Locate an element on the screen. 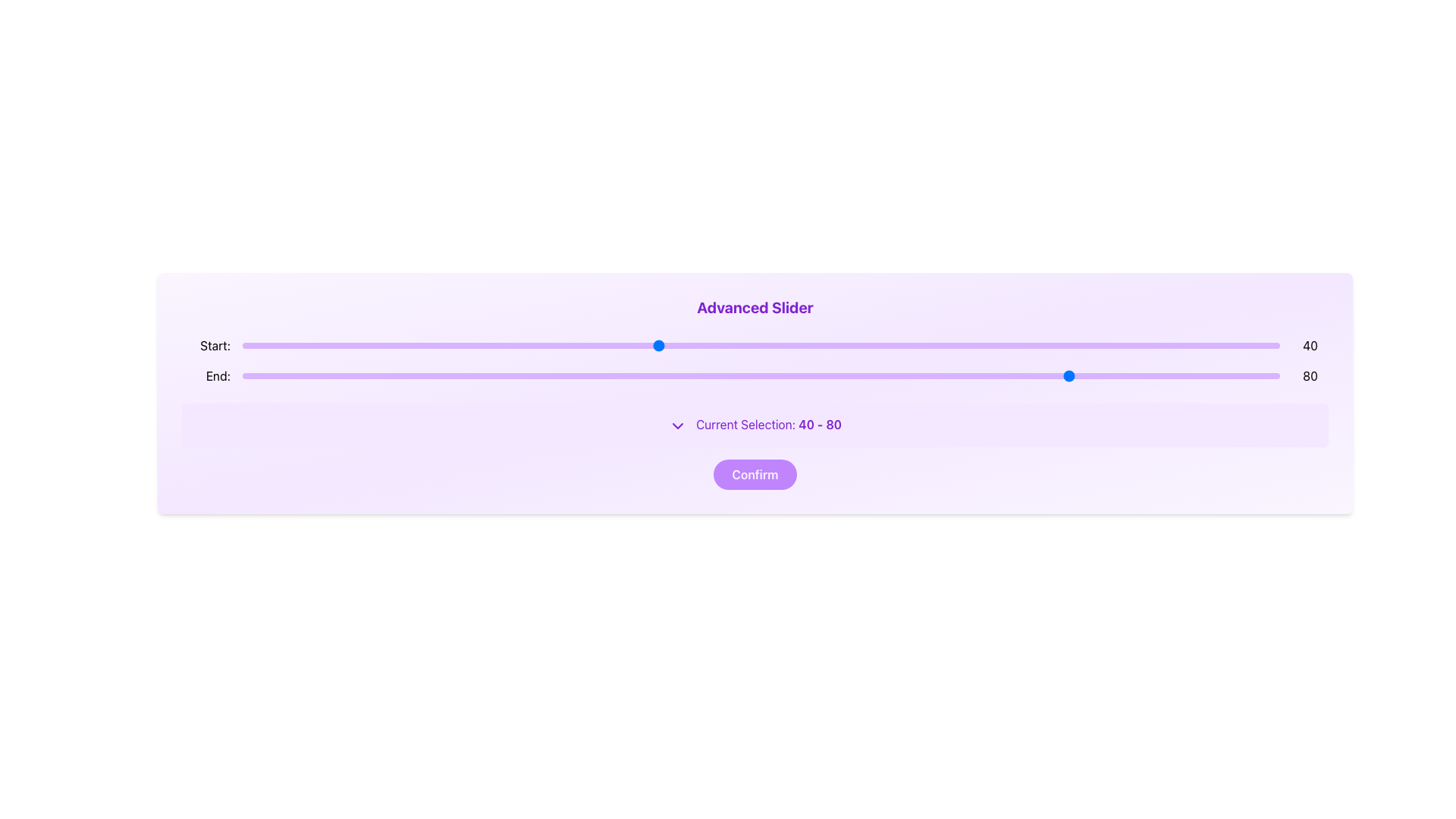 This screenshot has width=1456, height=819. the advanced slider is located at coordinates (1165, 345).